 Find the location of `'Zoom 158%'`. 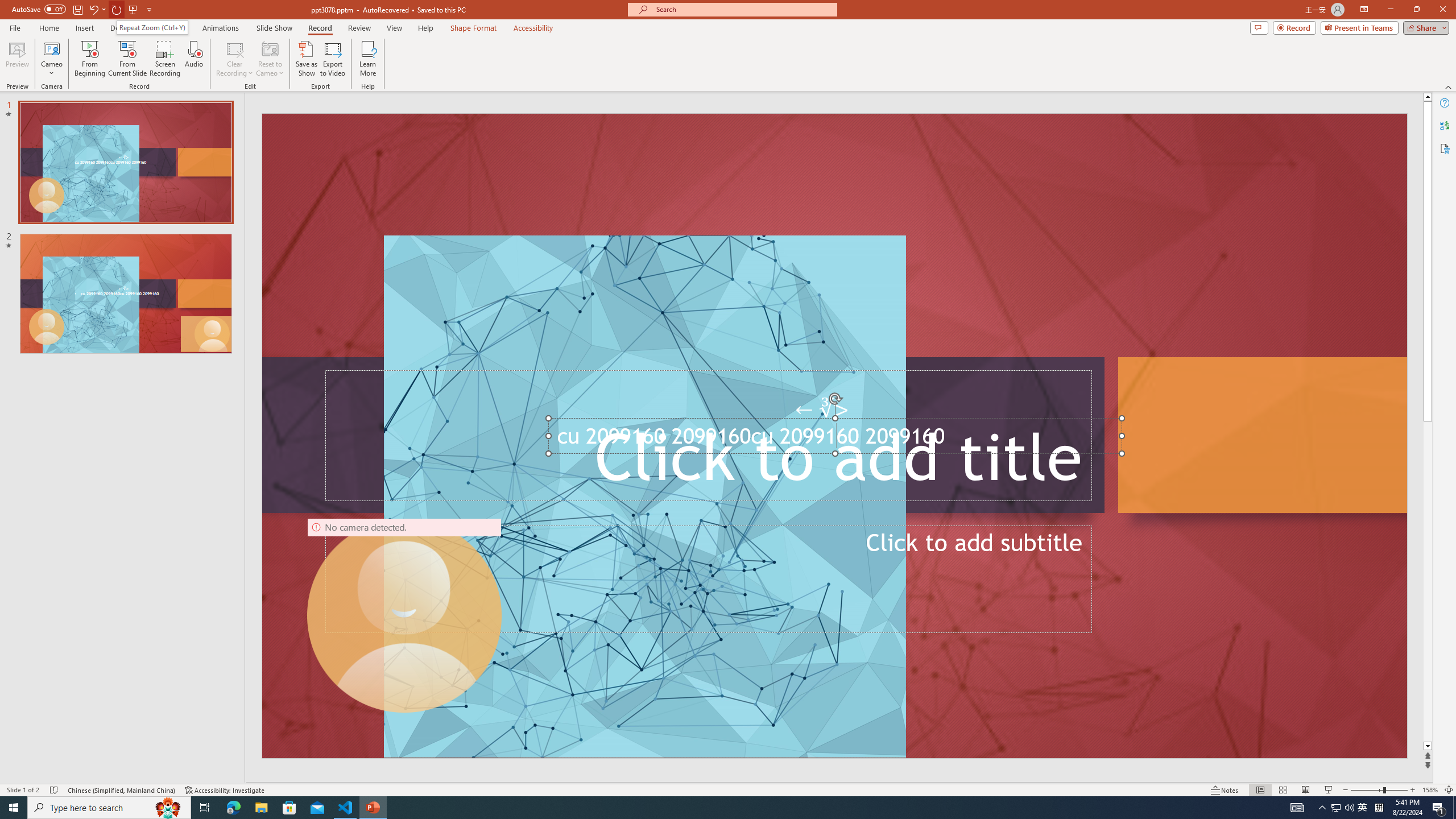

'Zoom 158%' is located at coordinates (1430, 790).